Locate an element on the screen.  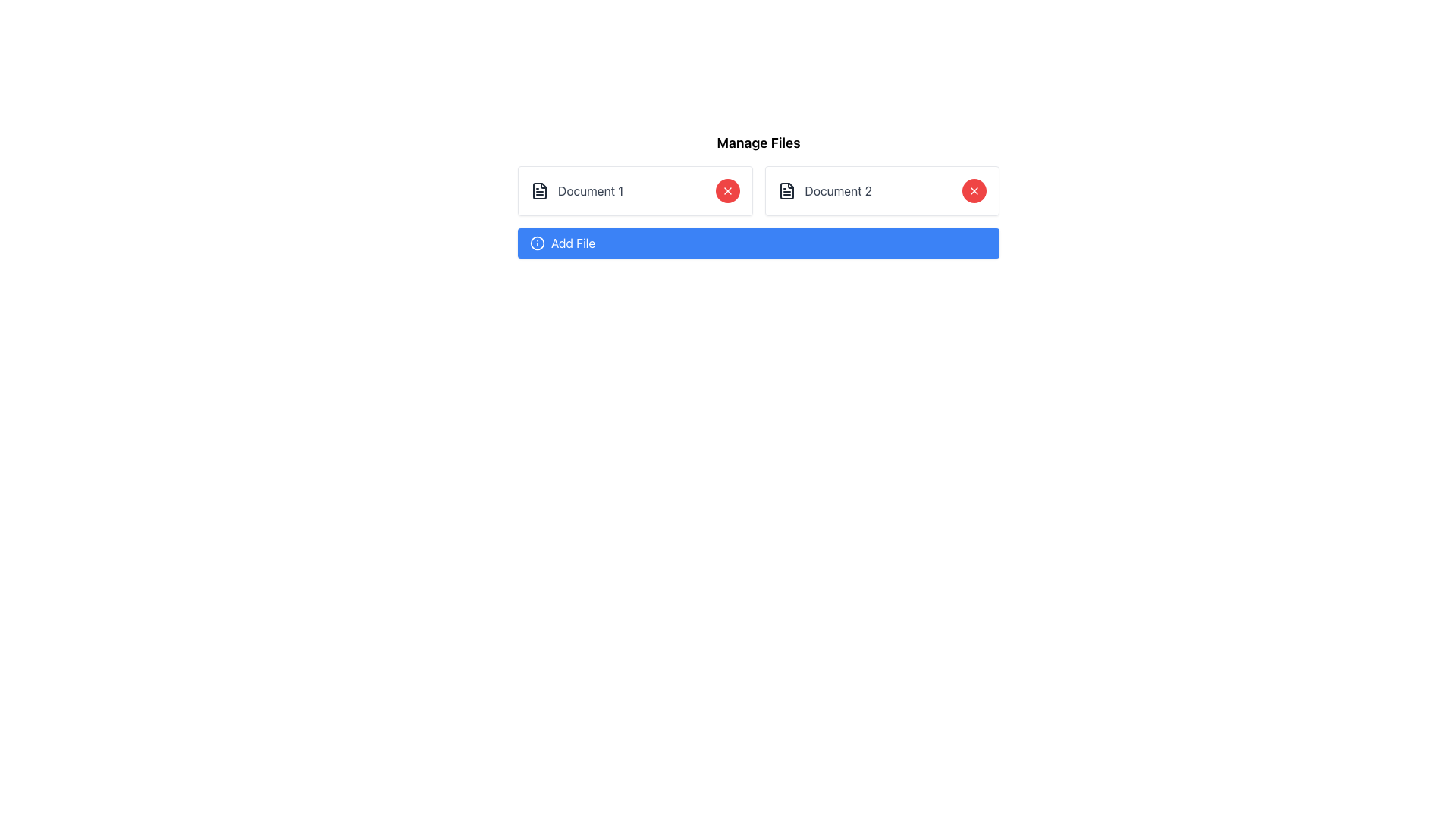
the static text label displaying 'Document 2', located in the second file item under the 'Manage Files' header, positioned between a document icon and a red circular 'X' button is located at coordinates (837, 190).